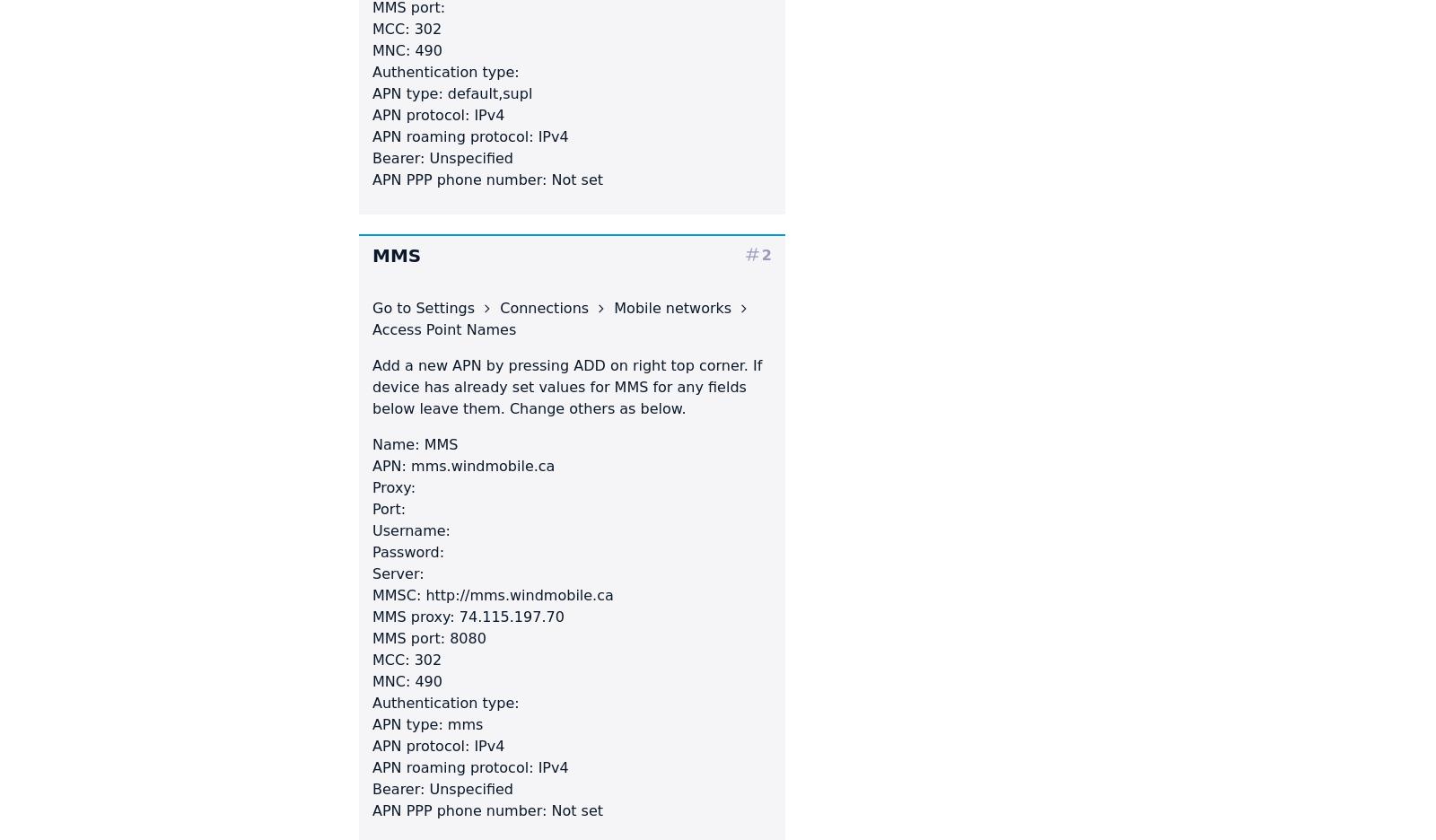  Describe the element at coordinates (516, 593) in the screenshot. I see `'http://mms.windmobile.ca'` at that location.